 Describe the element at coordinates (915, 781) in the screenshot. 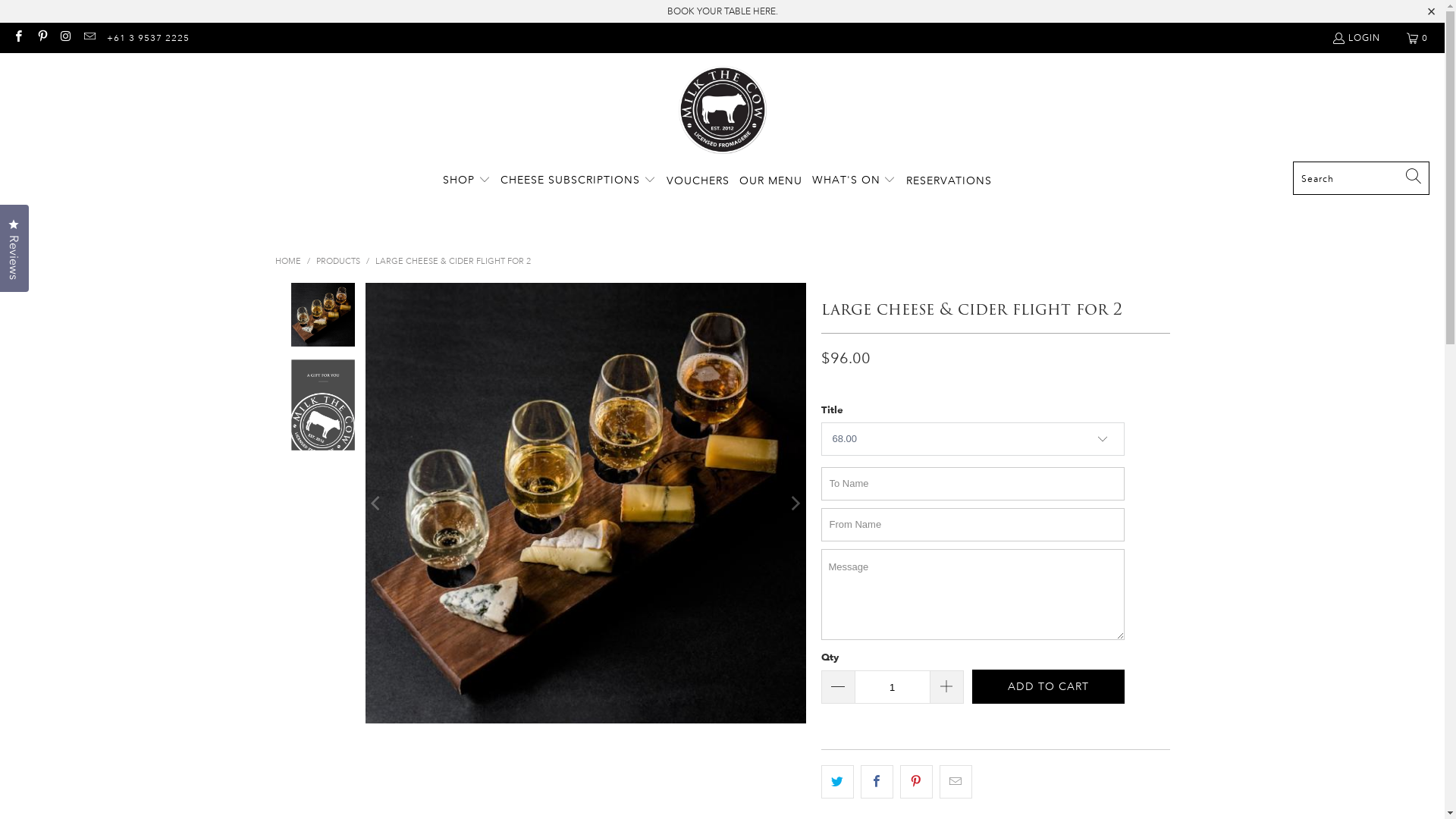

I see `'Share this on Pinterest'` at that location.